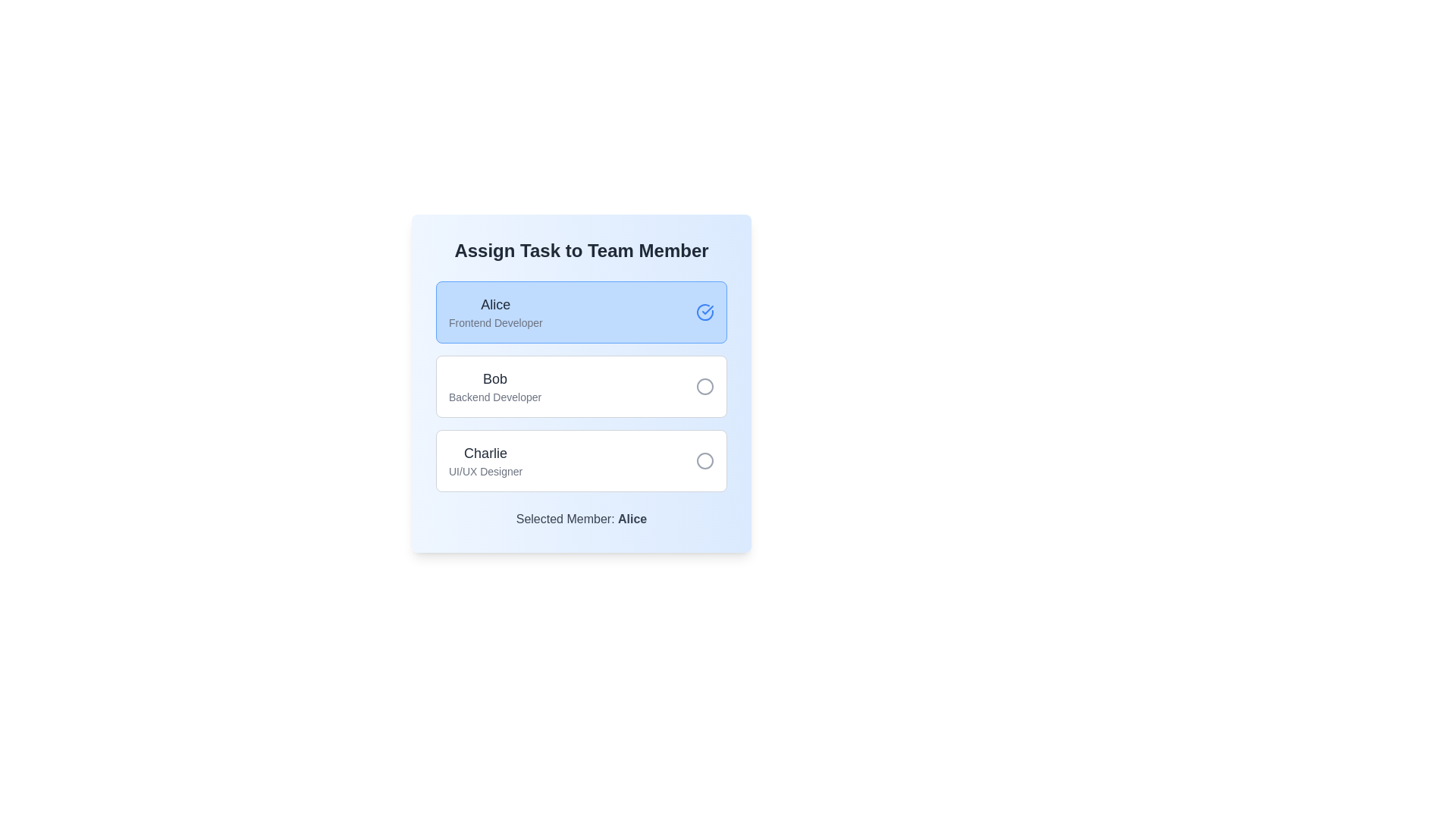 This screenshot has width=1456, height=819. Describe the element at coordinates (485, 452) in the screenshot. I see `the team member` at that location.